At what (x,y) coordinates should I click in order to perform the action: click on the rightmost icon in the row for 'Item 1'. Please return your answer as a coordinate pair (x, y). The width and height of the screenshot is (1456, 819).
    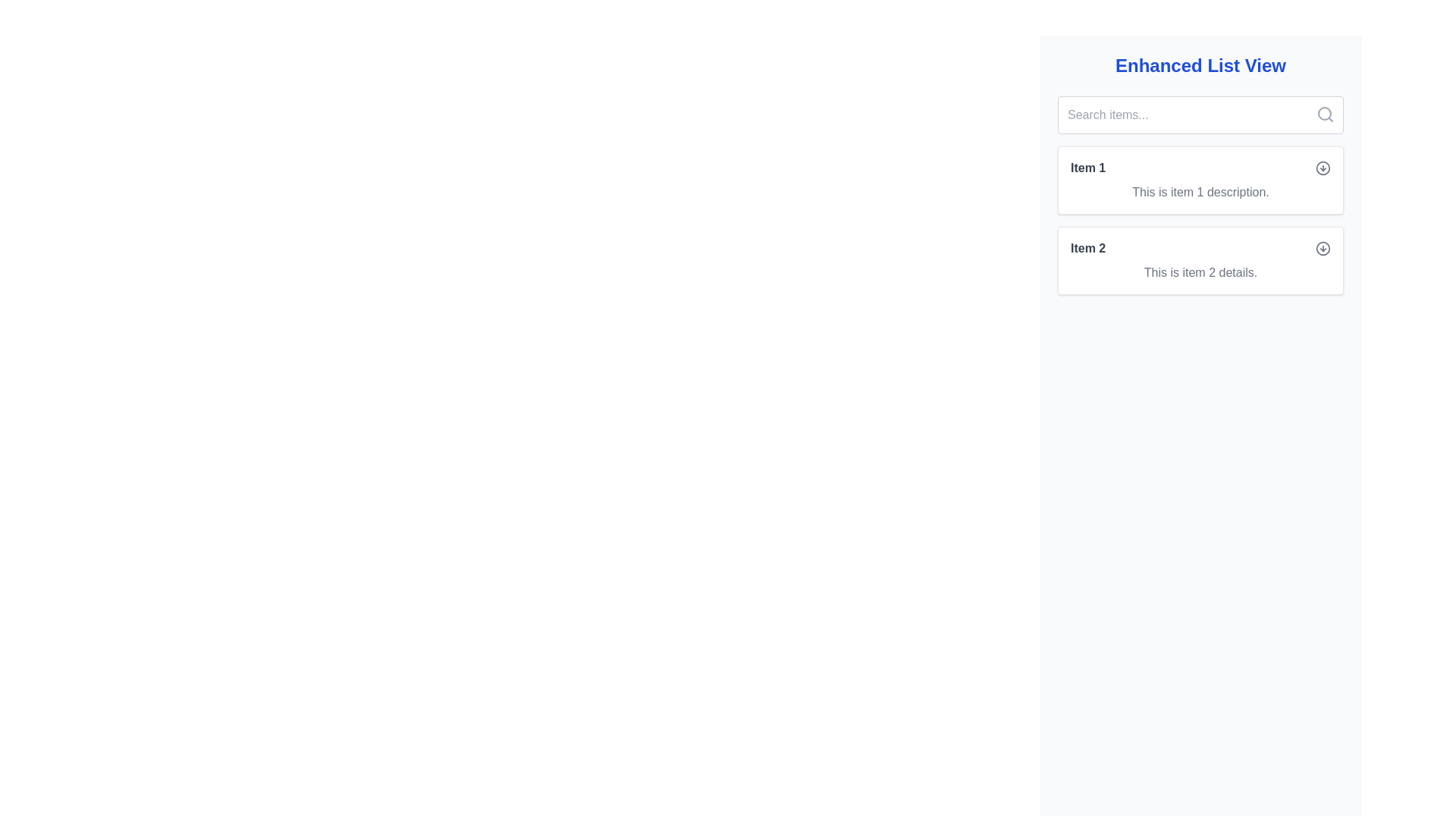
    Looking at the image, I should click on (1323, 168).